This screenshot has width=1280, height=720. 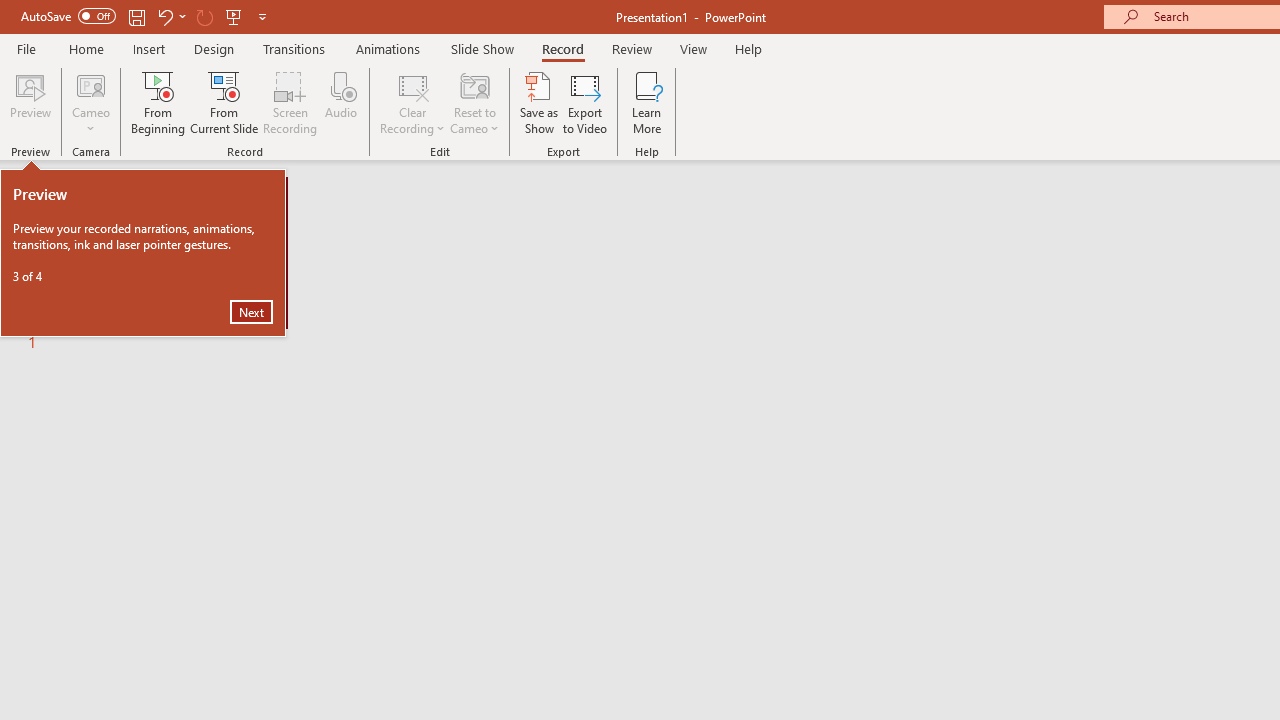 I want to click on 'Screen Recording', so click(x=289, y=103).